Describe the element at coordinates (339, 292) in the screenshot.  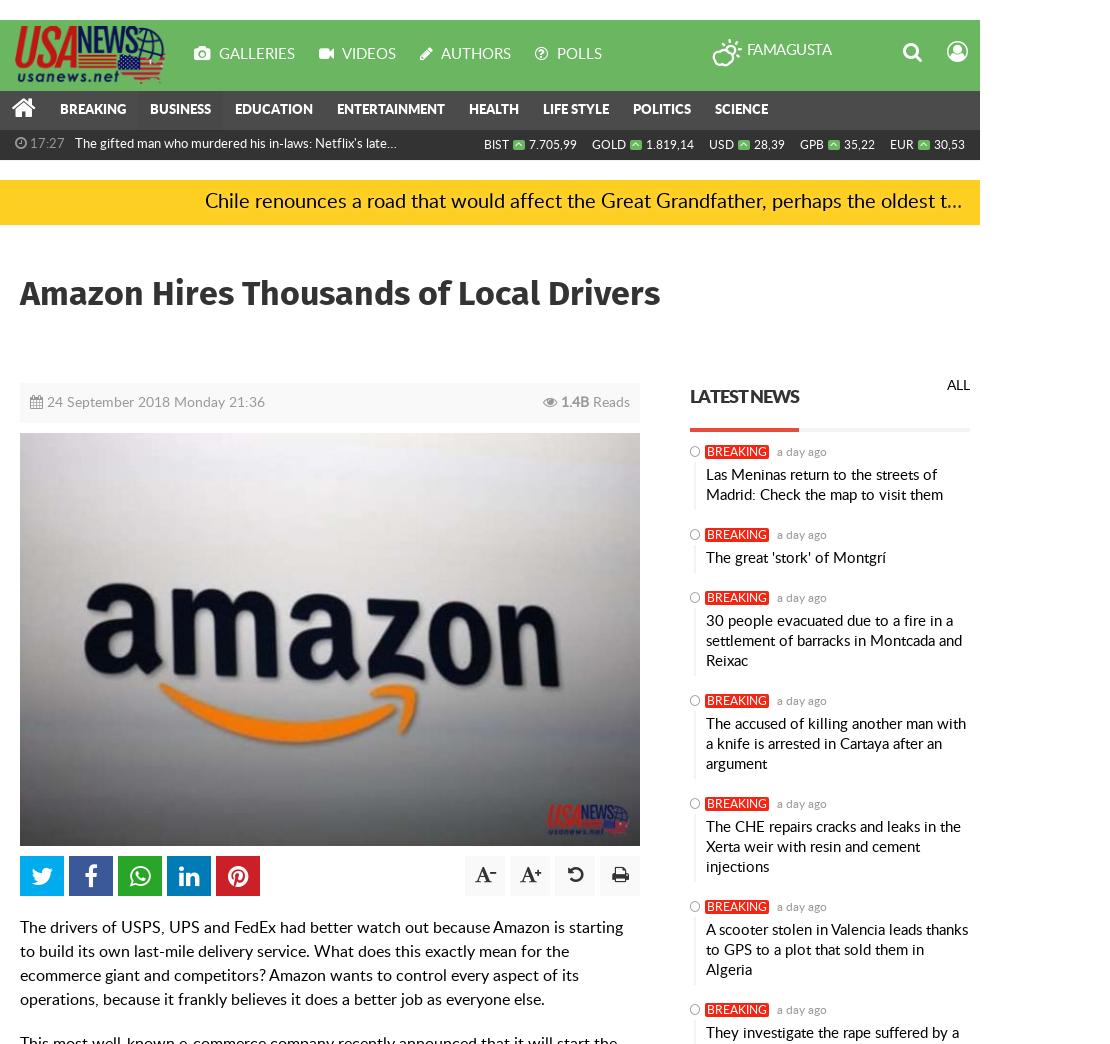
I see `'Amazon Hires Thousands of Local Drivers'` at that location.